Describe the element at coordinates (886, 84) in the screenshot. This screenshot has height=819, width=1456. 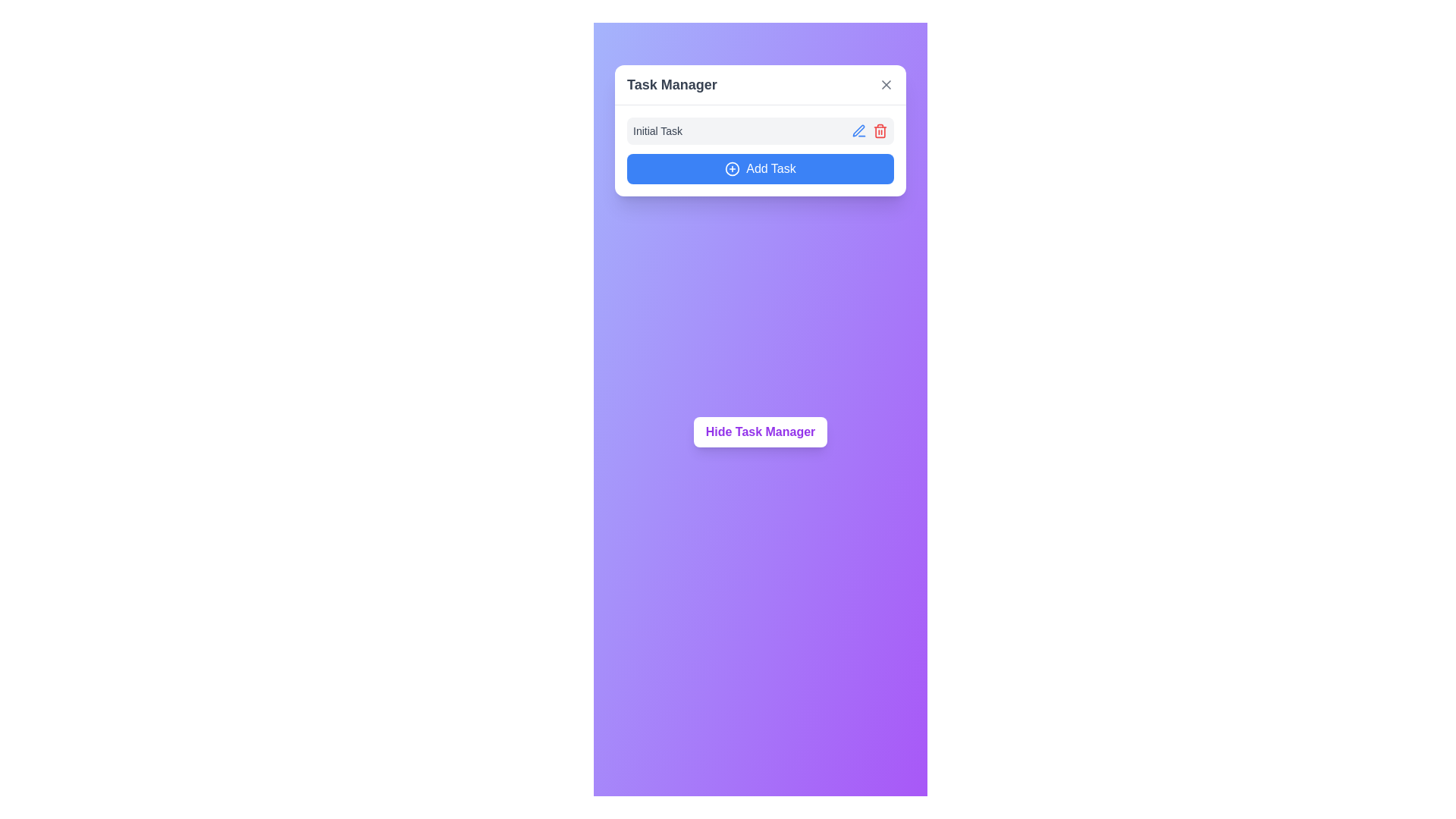
I see `the close icon, which is a diagonal line forming part of an 'X' symbol, located at the top right corner of the interface within the 'Task Manager' box` at that location.